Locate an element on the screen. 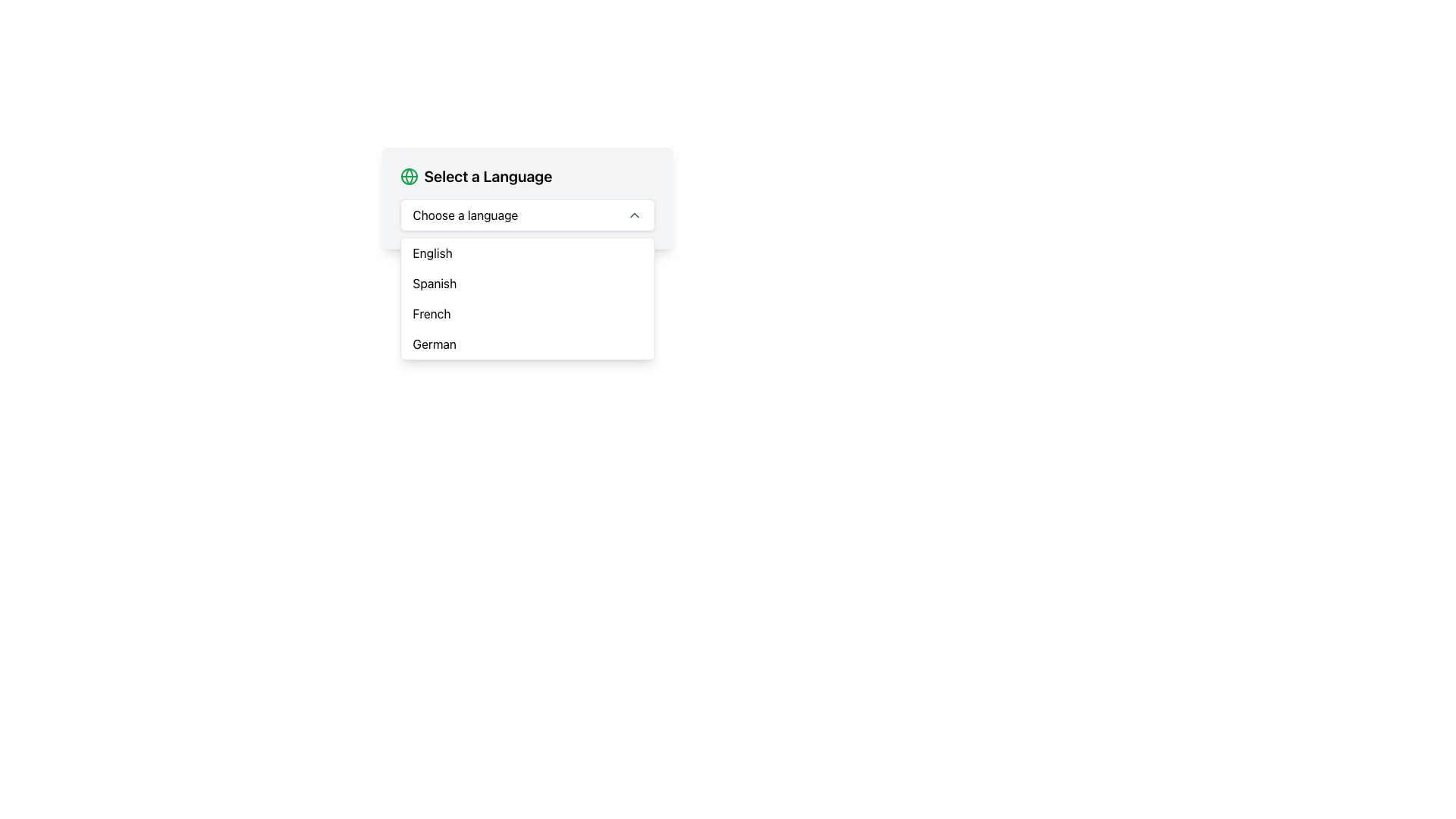 The height and width of the screenshot is (819, 1456). the text 'French' in the dropdown menu under 'Select a Language' is located at coordinates (431, 312).